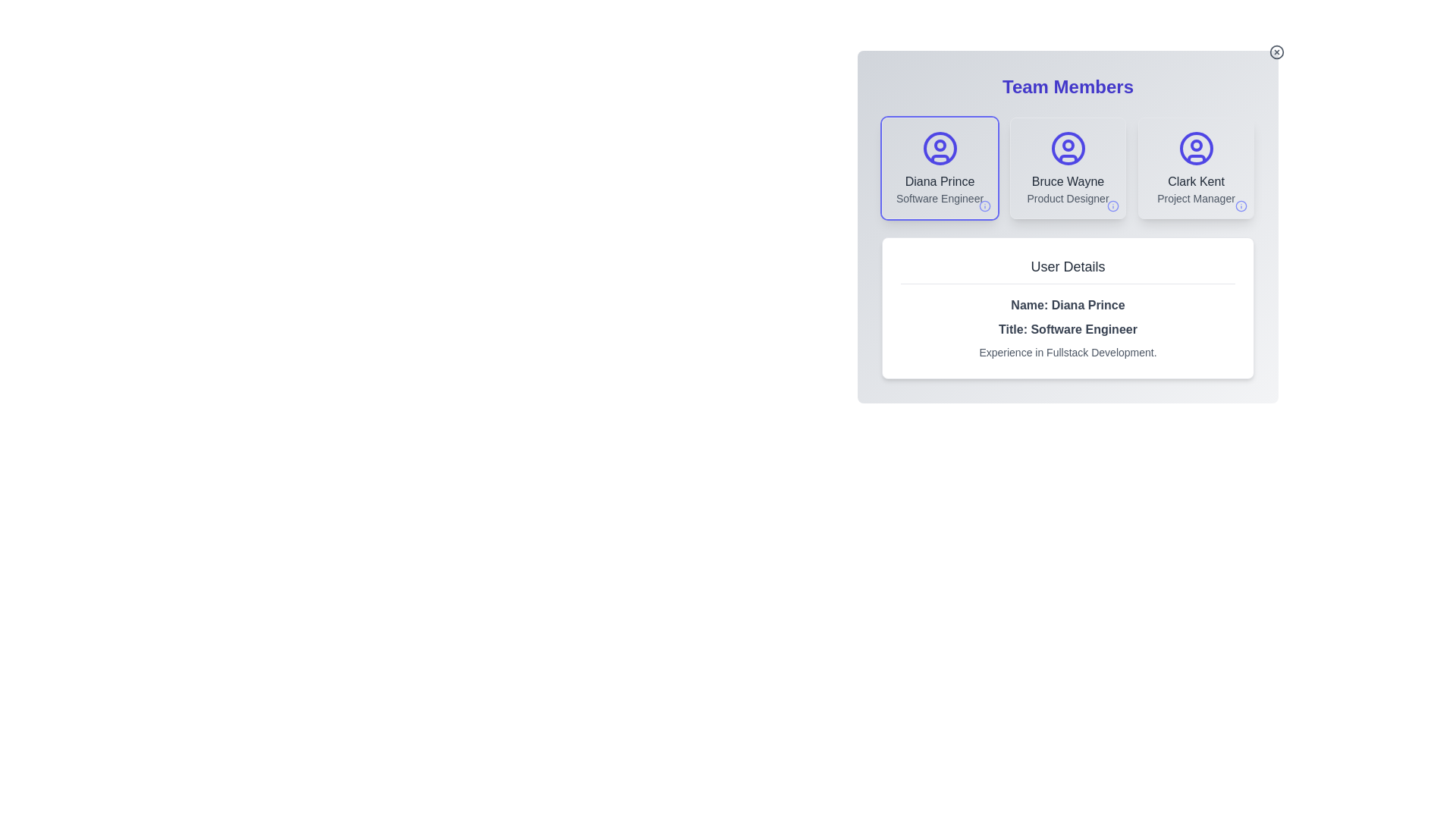  What do you see at coordinates (1195, 180) in the screenshot?
I see `text content of the text label identifying the individual in the third card from the left in the 'Team Members' section, located above the 'Project Manager' text element` at bounding box center [1195, 180].